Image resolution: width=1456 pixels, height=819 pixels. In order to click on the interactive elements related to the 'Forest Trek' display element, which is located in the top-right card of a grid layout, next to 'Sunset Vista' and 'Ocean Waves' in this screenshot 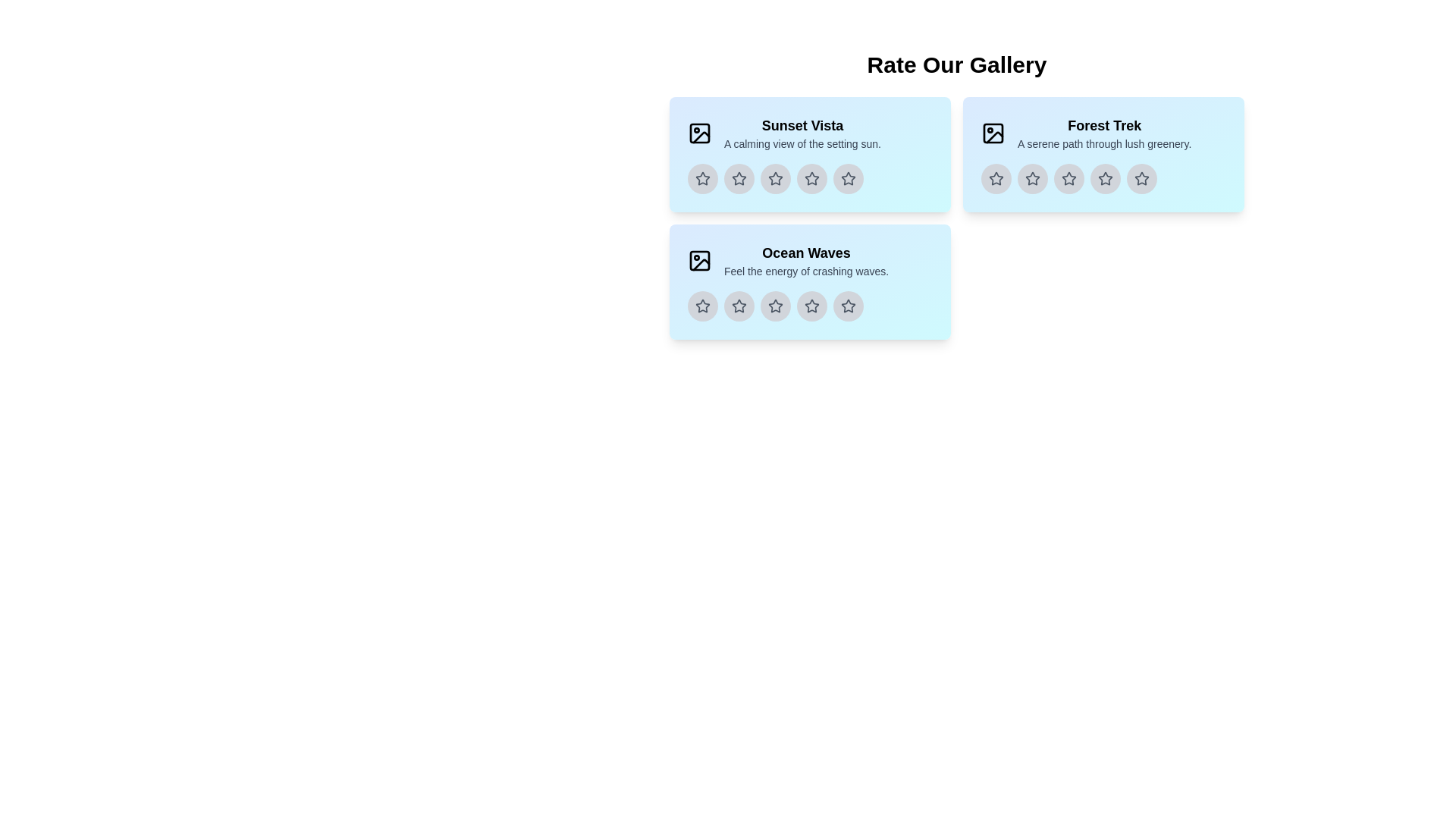, I will do `click(1104, 133)`.